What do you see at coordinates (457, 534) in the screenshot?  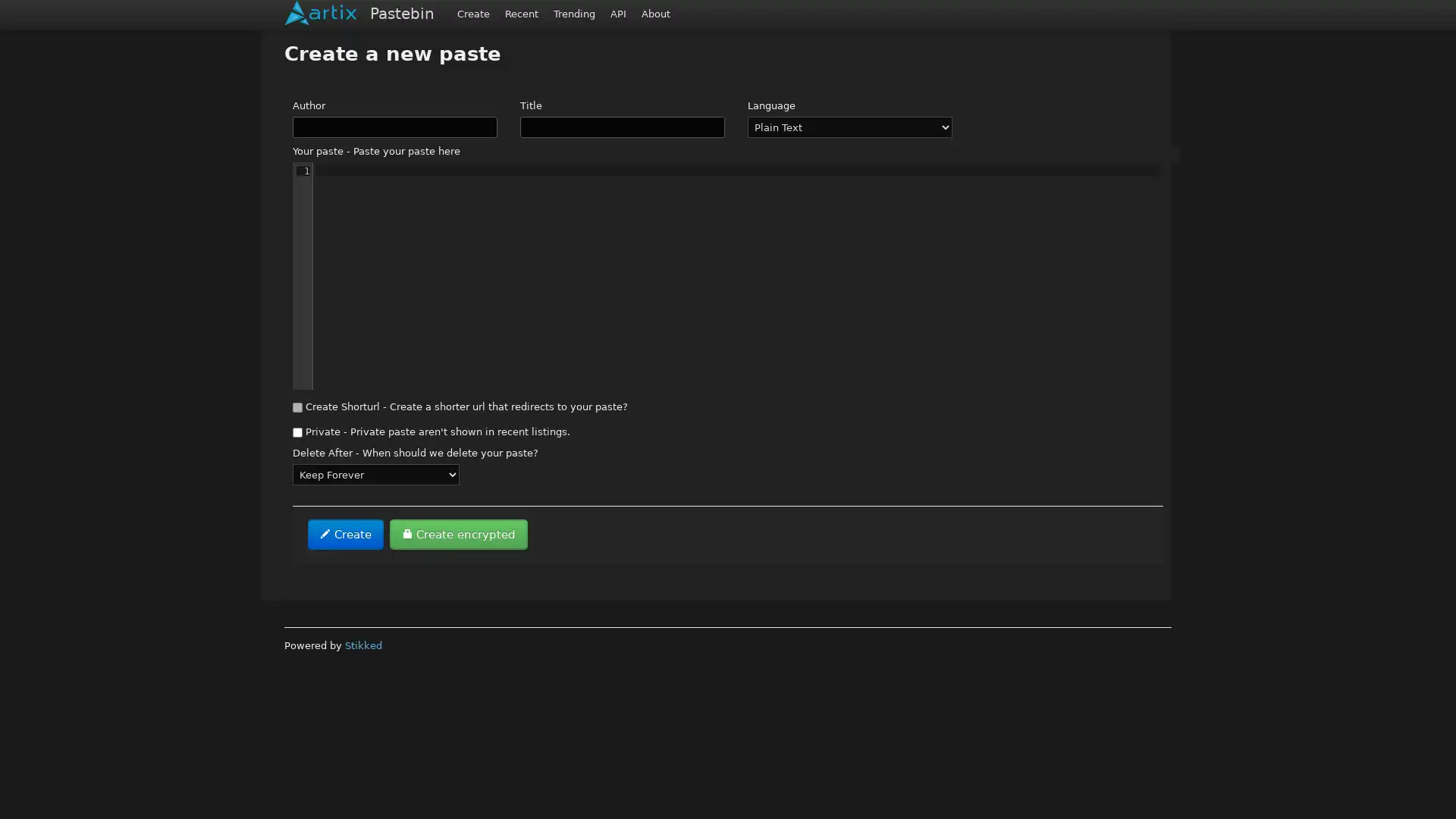 I see `Create encrypted` at bounding box center [457, 534].